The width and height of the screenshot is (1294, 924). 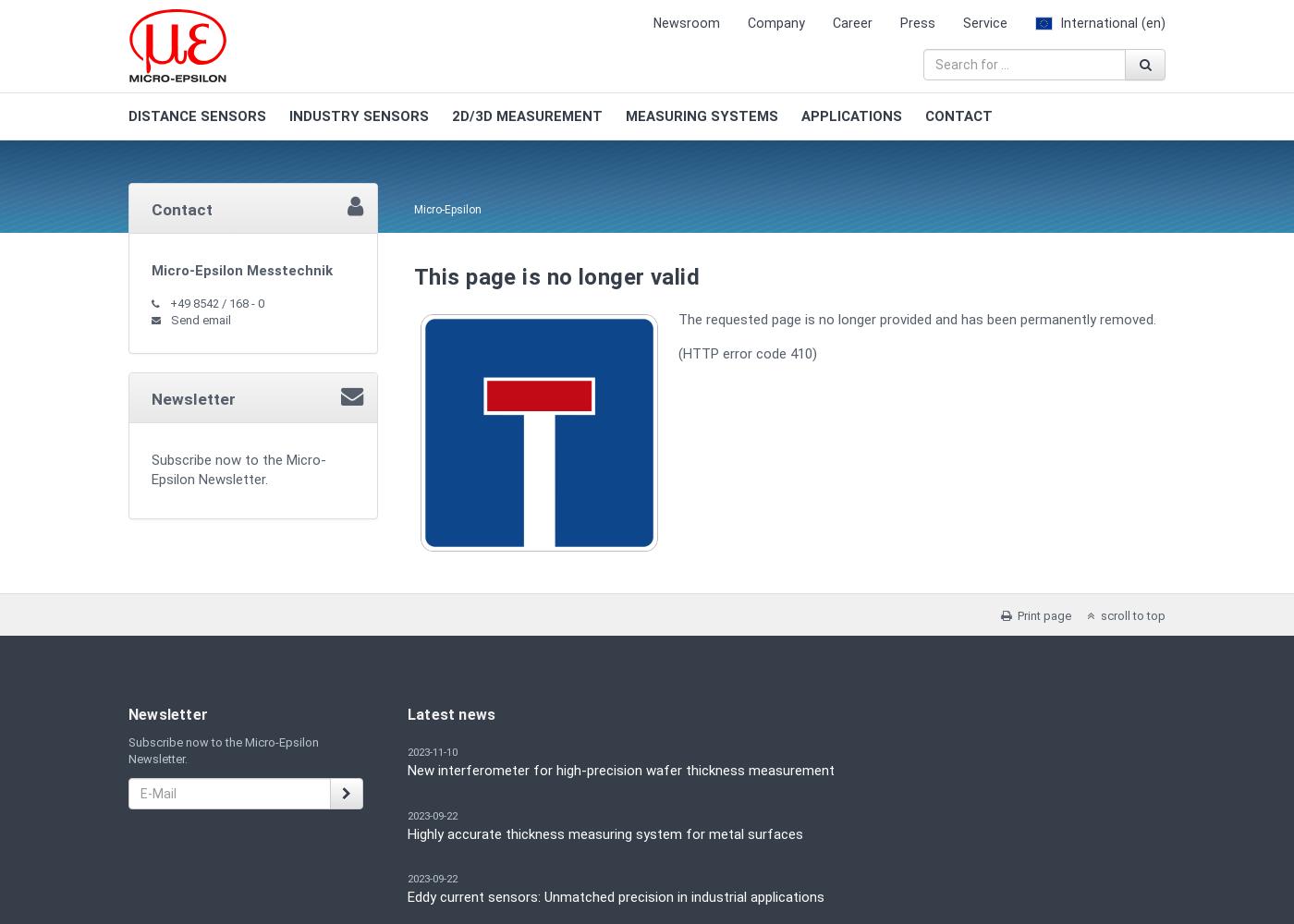 I want to click on '2023-11-10', so click(x=408, y=751).